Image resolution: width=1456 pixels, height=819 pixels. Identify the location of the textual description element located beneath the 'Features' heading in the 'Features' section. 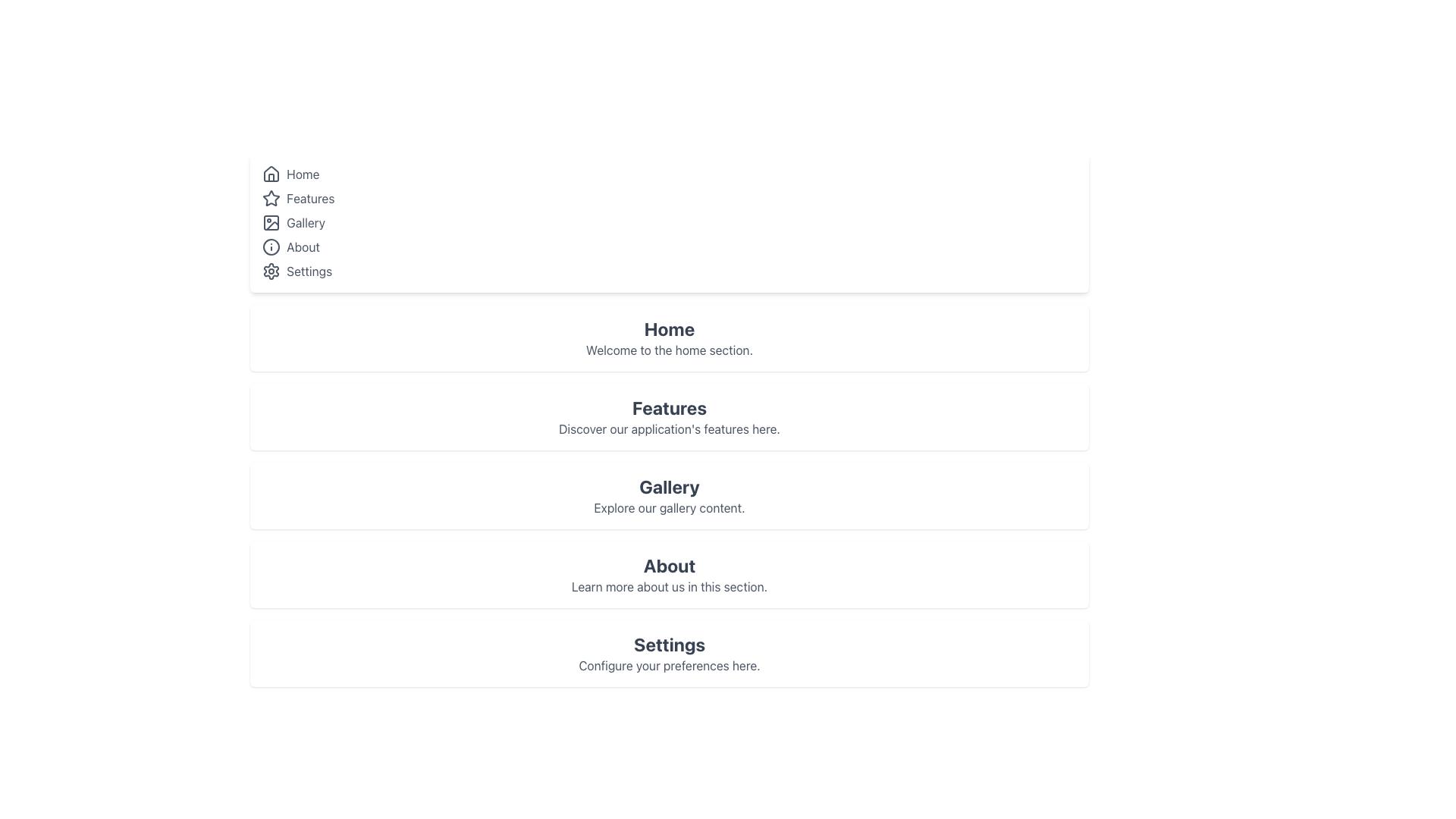
(669, 429).